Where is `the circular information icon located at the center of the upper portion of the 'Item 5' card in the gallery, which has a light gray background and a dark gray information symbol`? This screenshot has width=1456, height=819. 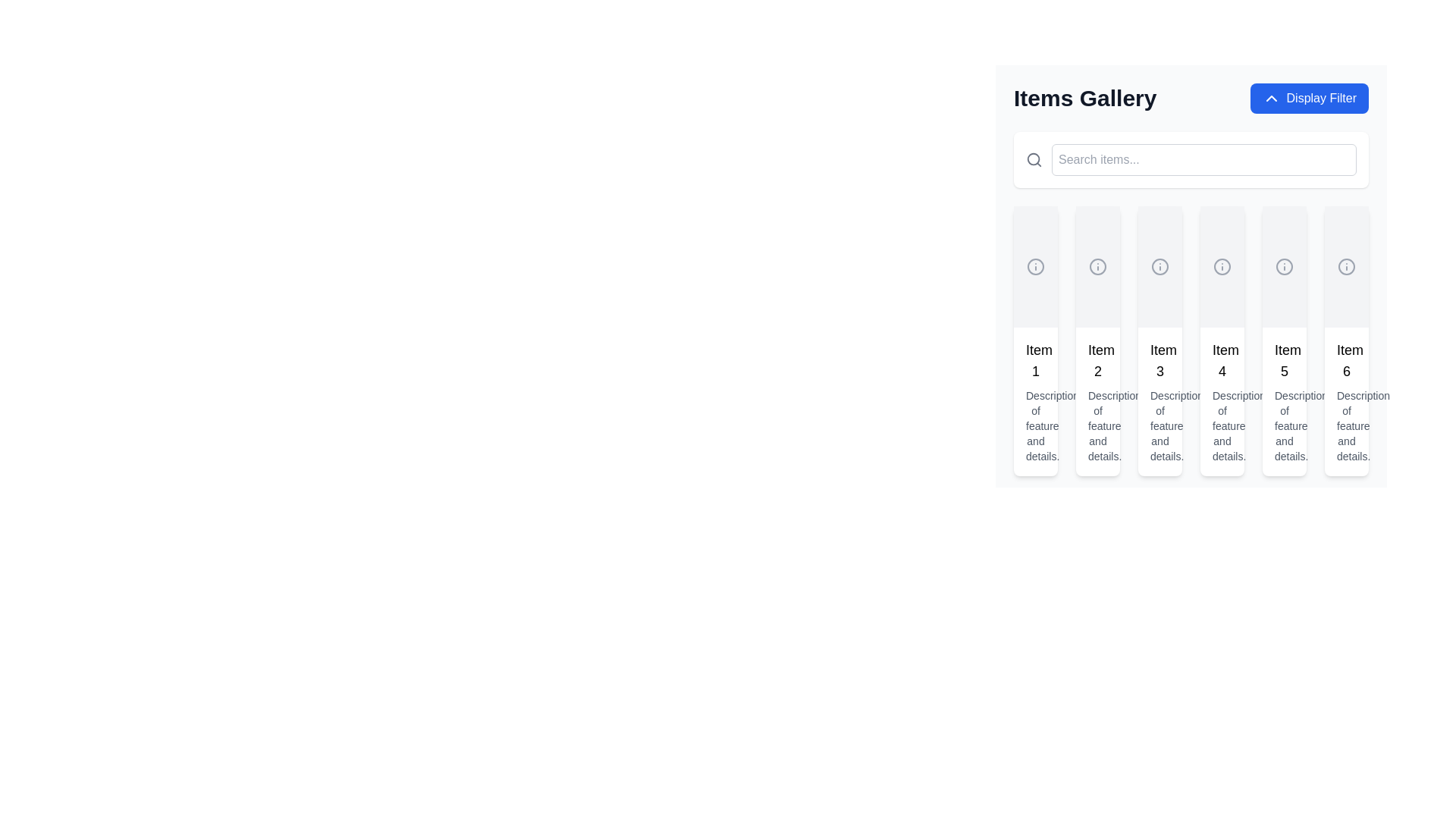
the circular information icon located at the center of the upper portion of the 'Item 5' card in the gallery, which has a light gray background and a dark gray information symbol is located at coordinates (1284, 265).